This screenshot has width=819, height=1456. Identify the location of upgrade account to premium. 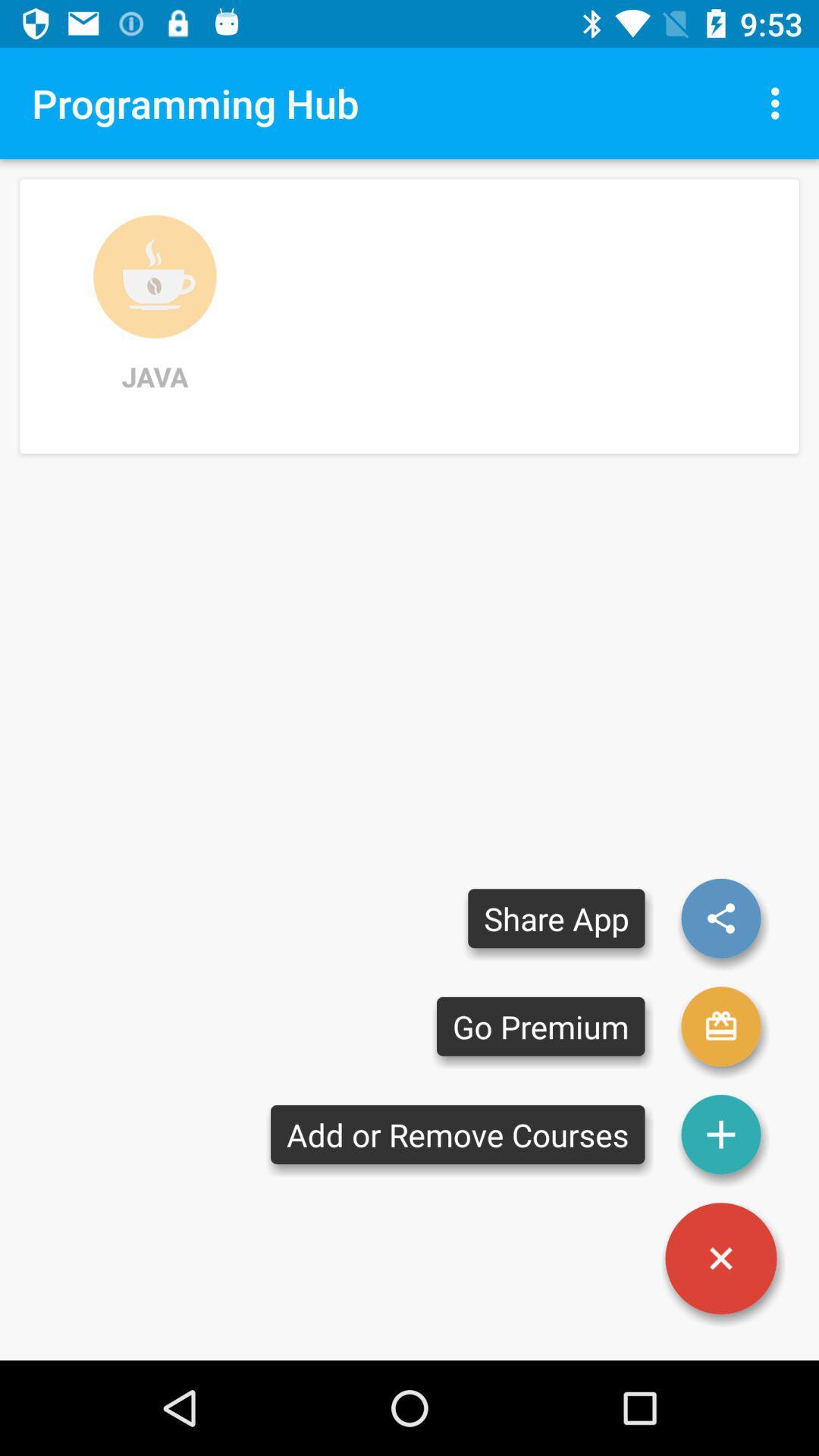
(720, 1026).